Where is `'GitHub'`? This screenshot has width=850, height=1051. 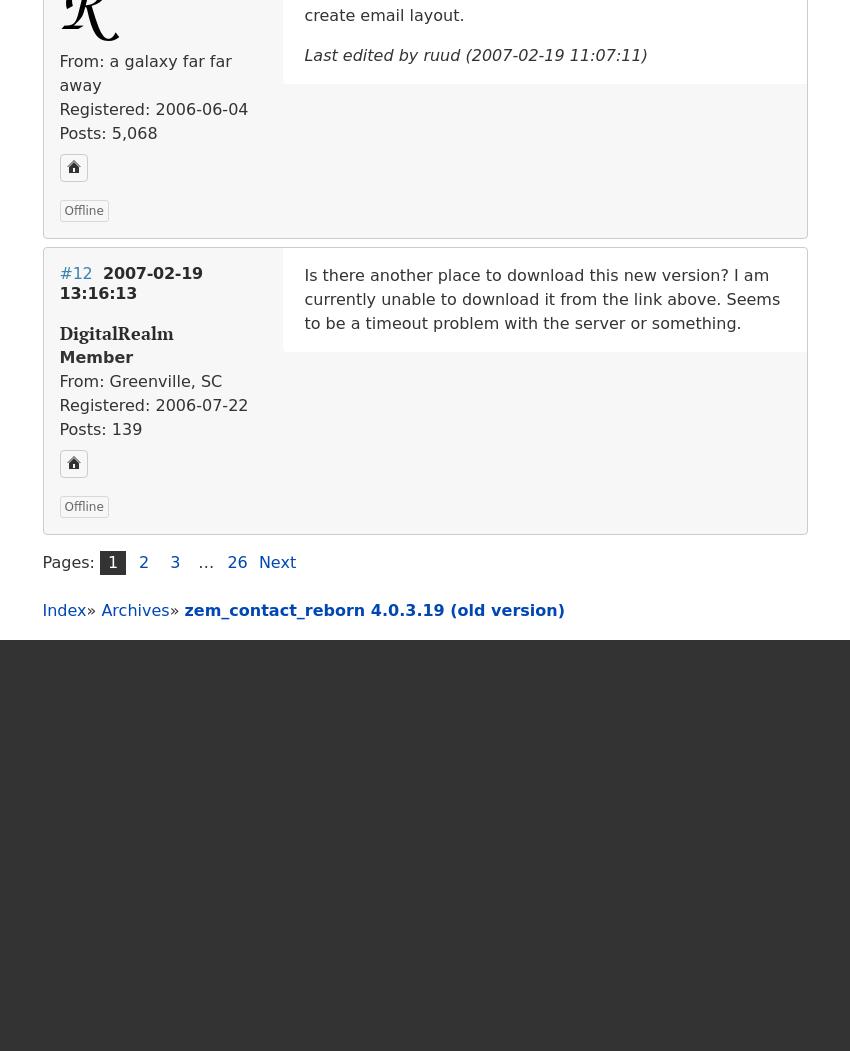 'GitHub' is located at coordinates (103, 707).